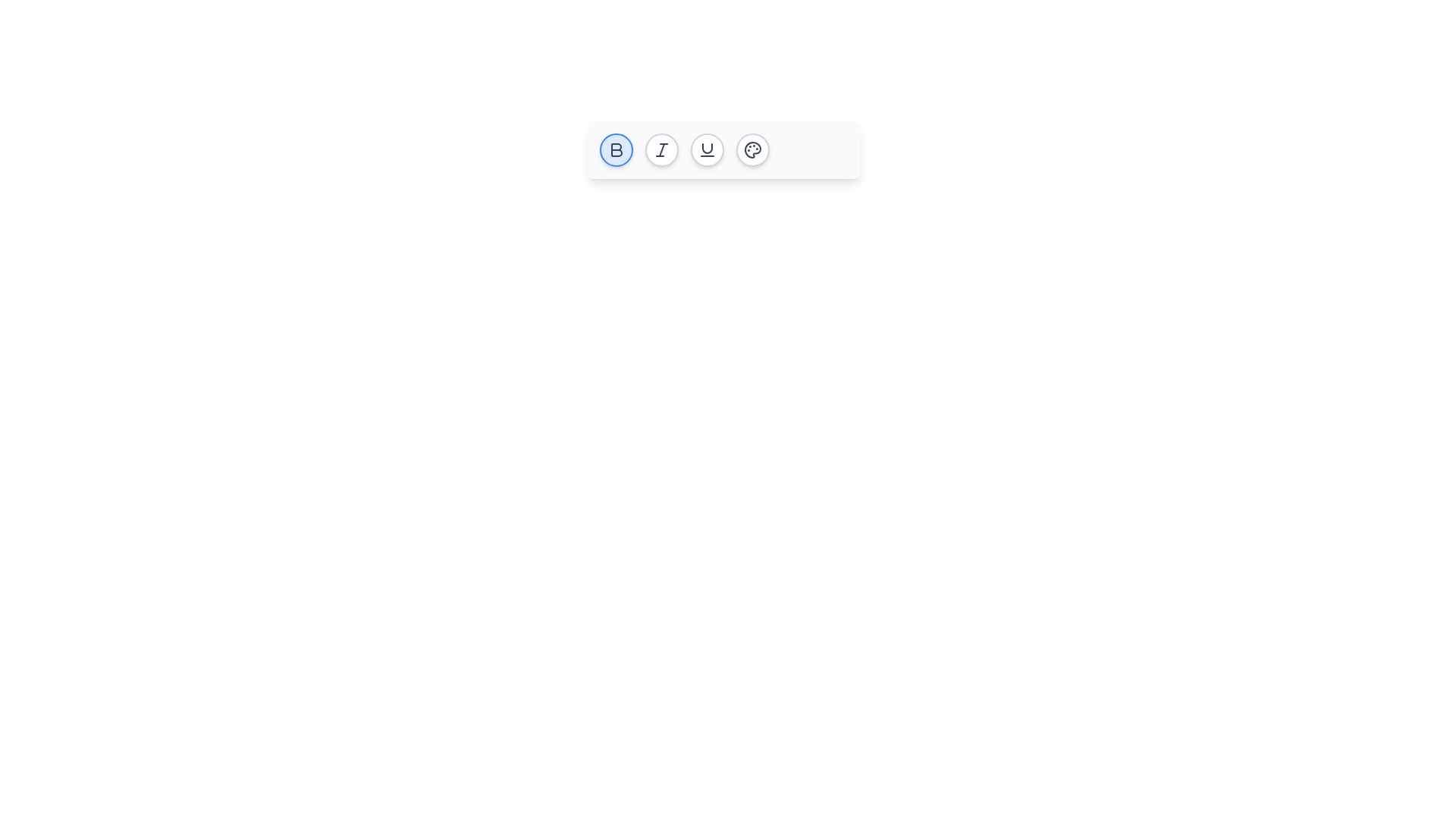 The image size is (1456, 819). Describe the element at coordinates (706, 149) in the screenshot. I see `the circular button with a white background and underline icon in the center` at that location.